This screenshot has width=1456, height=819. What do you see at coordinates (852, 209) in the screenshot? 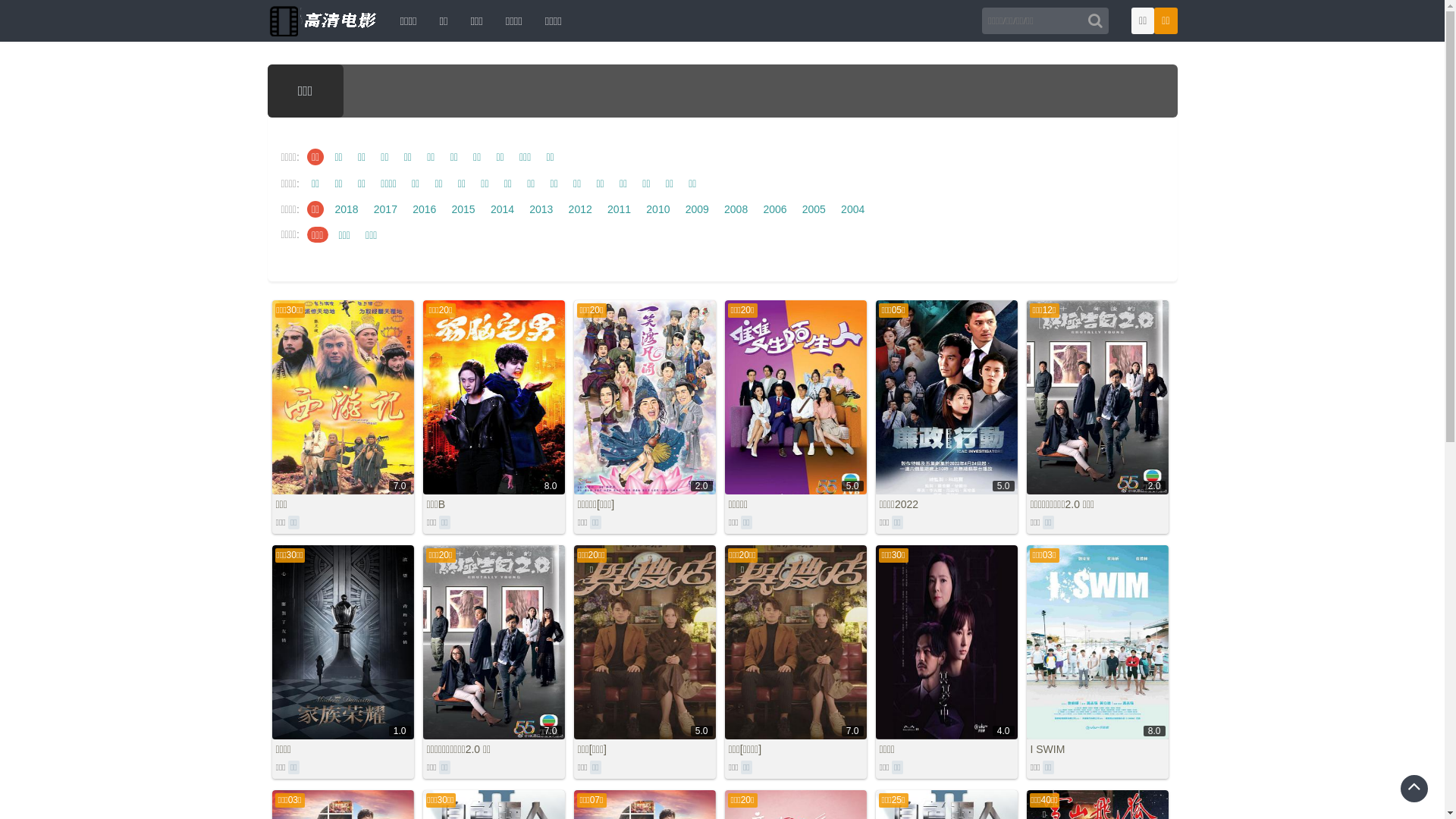
I see `'2004'` at bounding box center [852, 209].